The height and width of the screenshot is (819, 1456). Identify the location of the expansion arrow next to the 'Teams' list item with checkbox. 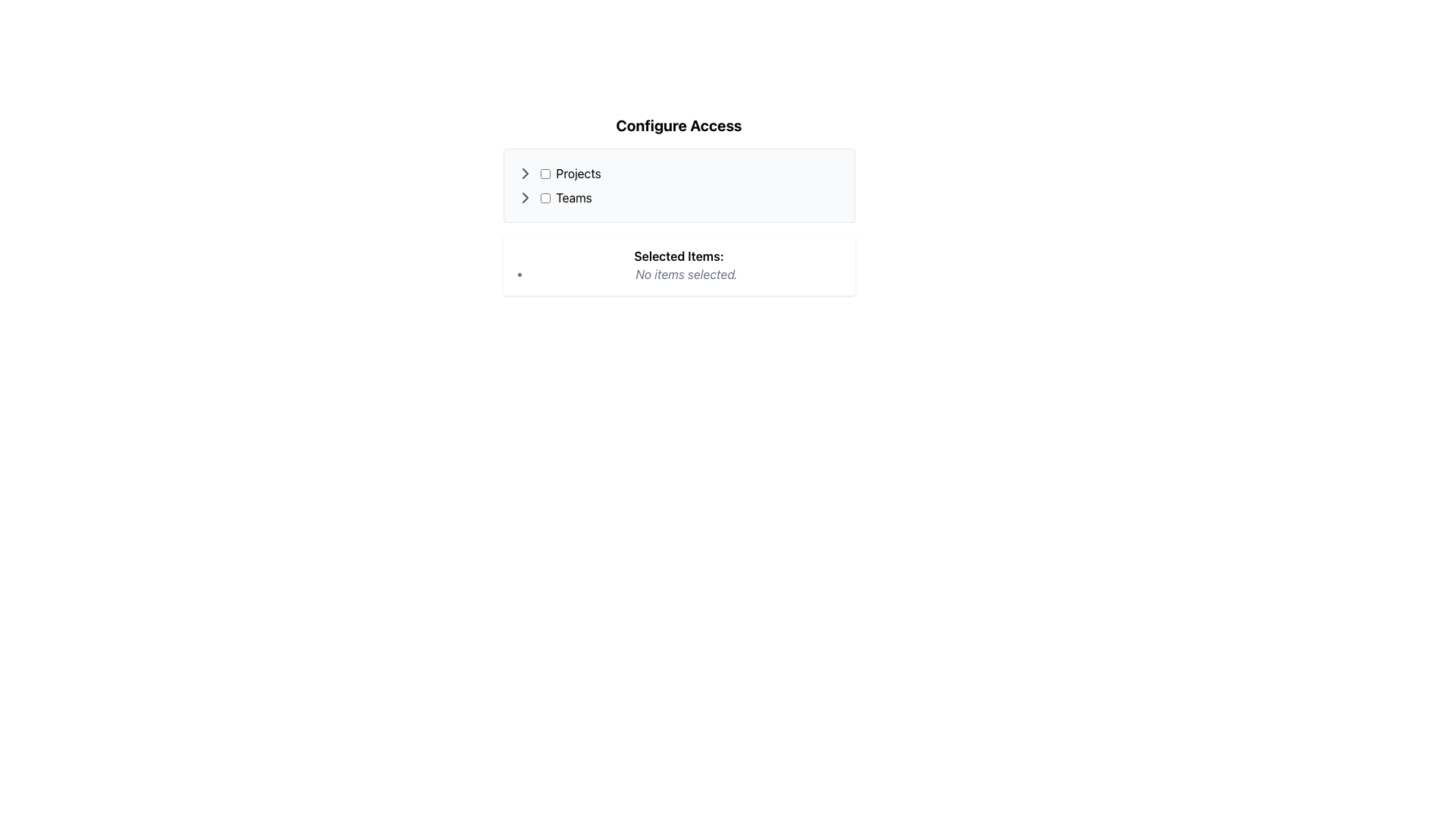
(678, 197).